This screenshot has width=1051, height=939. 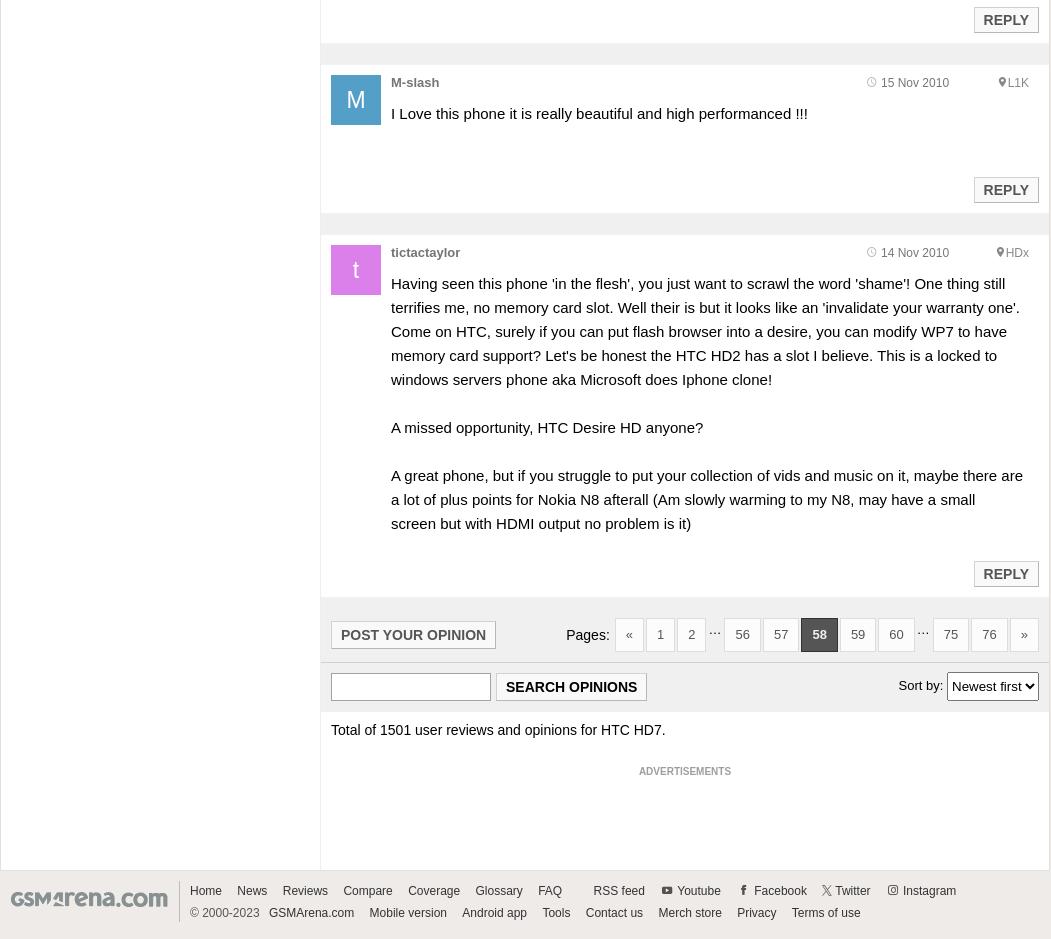 What do you see at coordinates (825, 911) in the screenshot?
I see `'Terms of use'` at bounding box center [825, 911].